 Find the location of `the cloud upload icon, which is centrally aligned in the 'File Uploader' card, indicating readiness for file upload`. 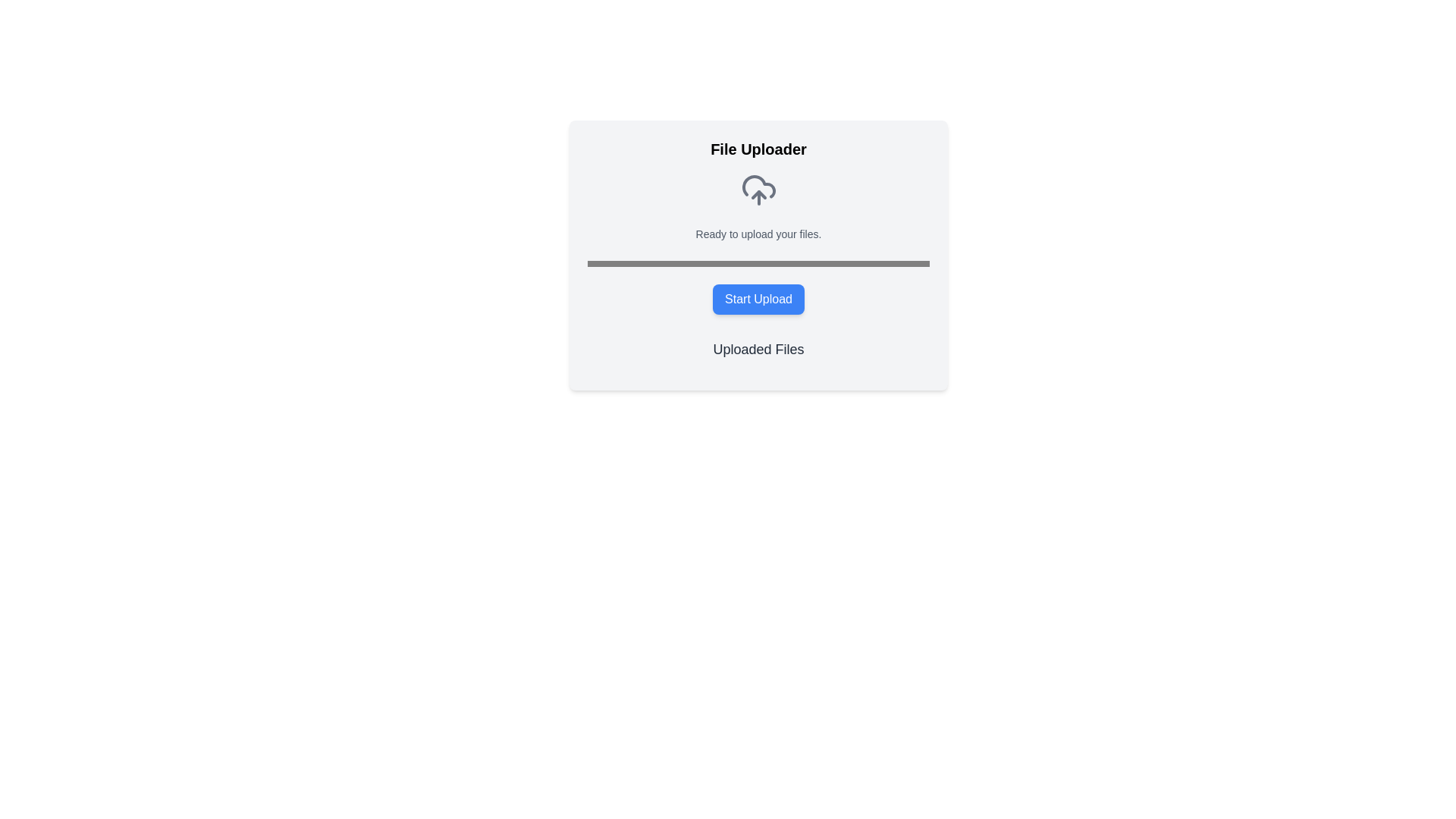

the cloud upload icon, which is centrally aligned in the 'File Uploader' card, indicating readiness for file upload is located at coordinates (758, 189).